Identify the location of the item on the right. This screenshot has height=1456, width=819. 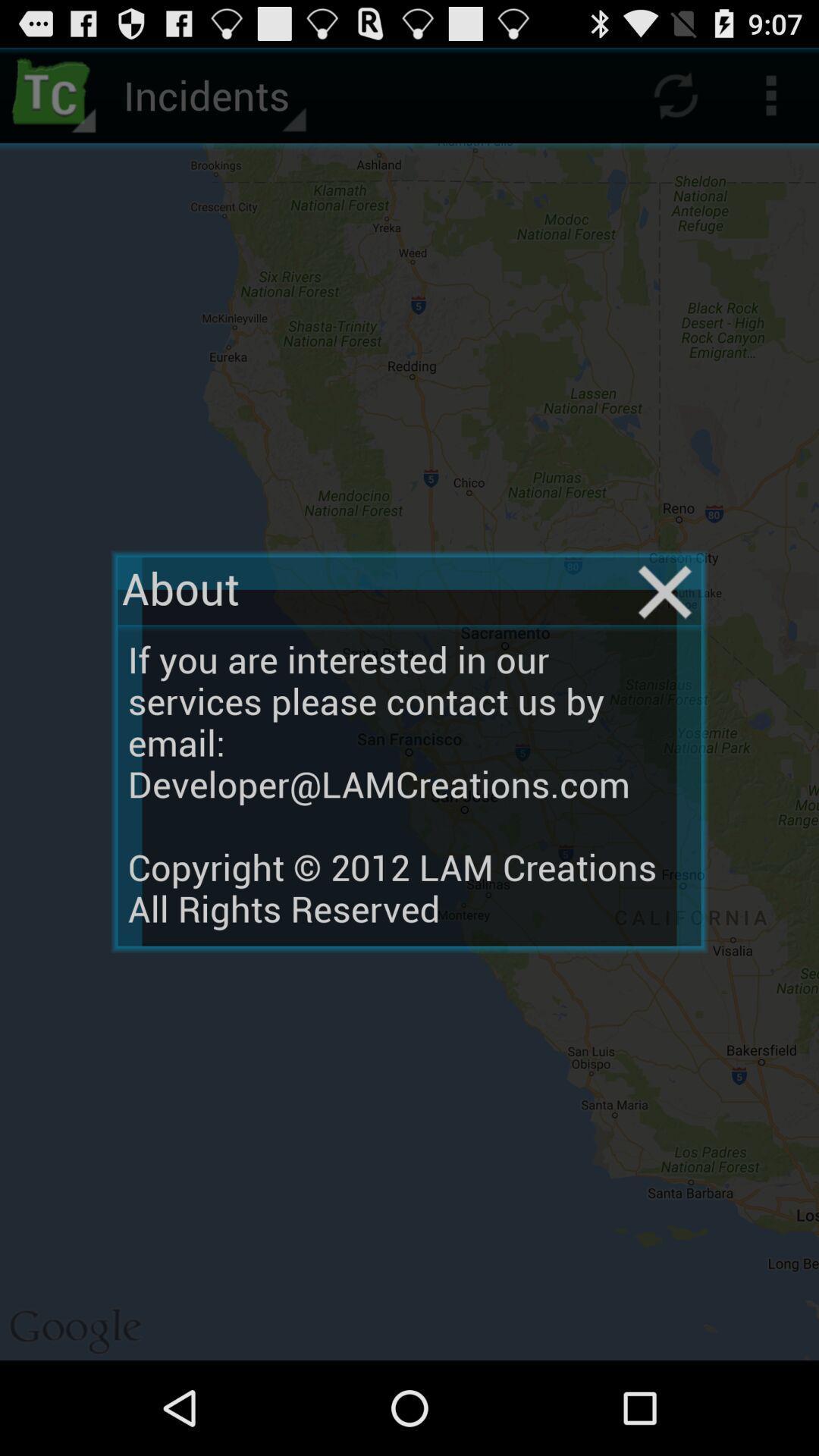
(664, 591).